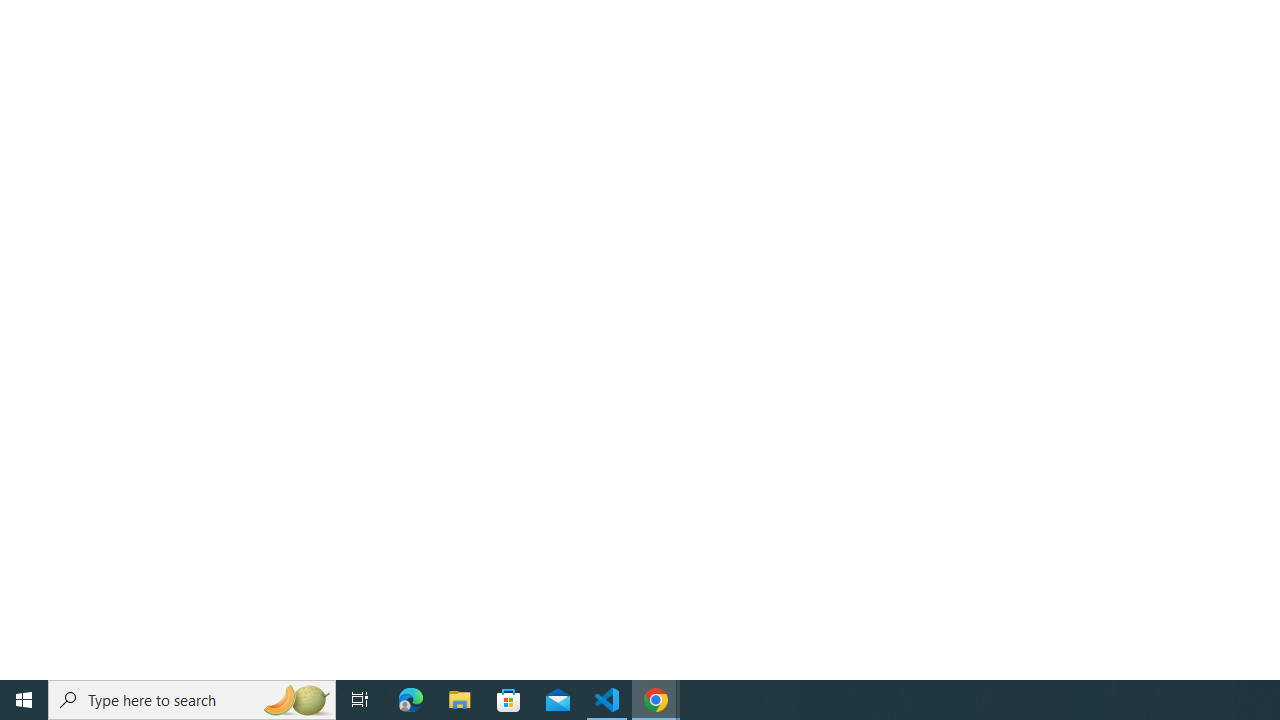 Image resolution: width=1280 pixels, height=720 pixels. Describe the element at coordinates (24, 698) in the screenshot. I see `'Start'` at that location.